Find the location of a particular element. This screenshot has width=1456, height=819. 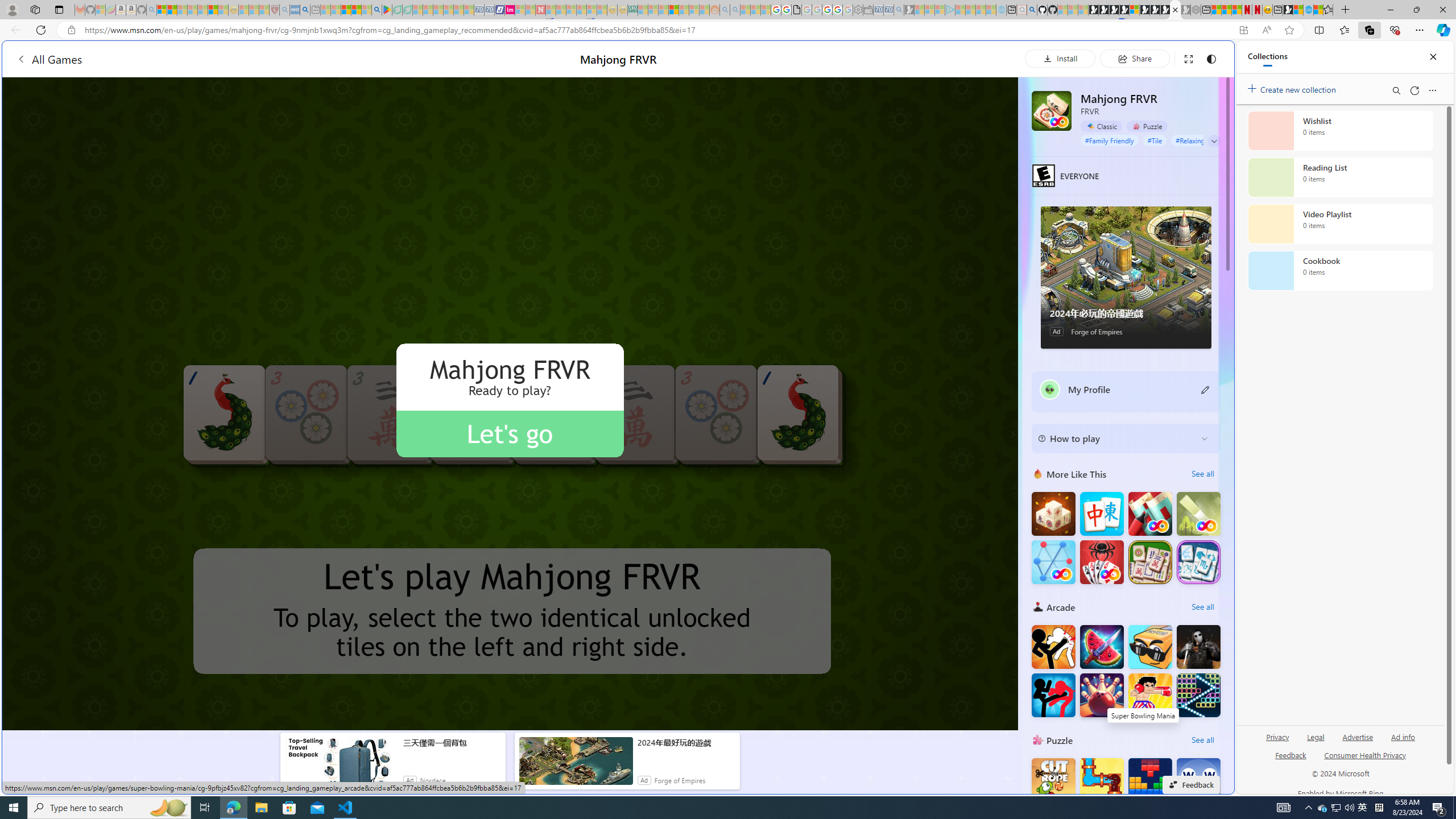

'#Family Friendly' is located at coordinates (1108, 139).